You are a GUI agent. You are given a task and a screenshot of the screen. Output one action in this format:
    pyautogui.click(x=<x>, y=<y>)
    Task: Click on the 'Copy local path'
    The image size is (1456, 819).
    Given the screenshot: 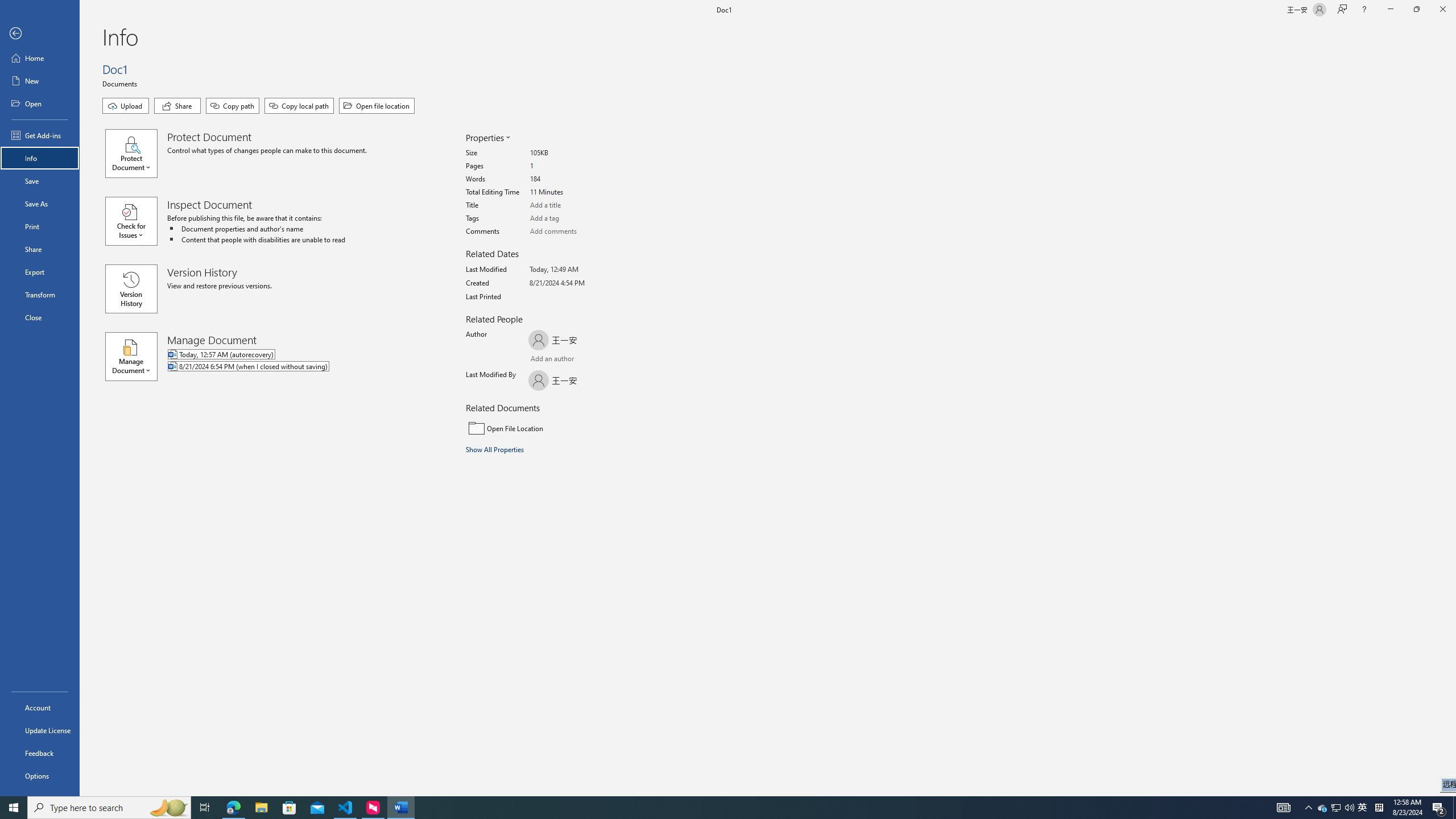 What is the action you would take?
    pyautogui.click(x=299, y=105)
    